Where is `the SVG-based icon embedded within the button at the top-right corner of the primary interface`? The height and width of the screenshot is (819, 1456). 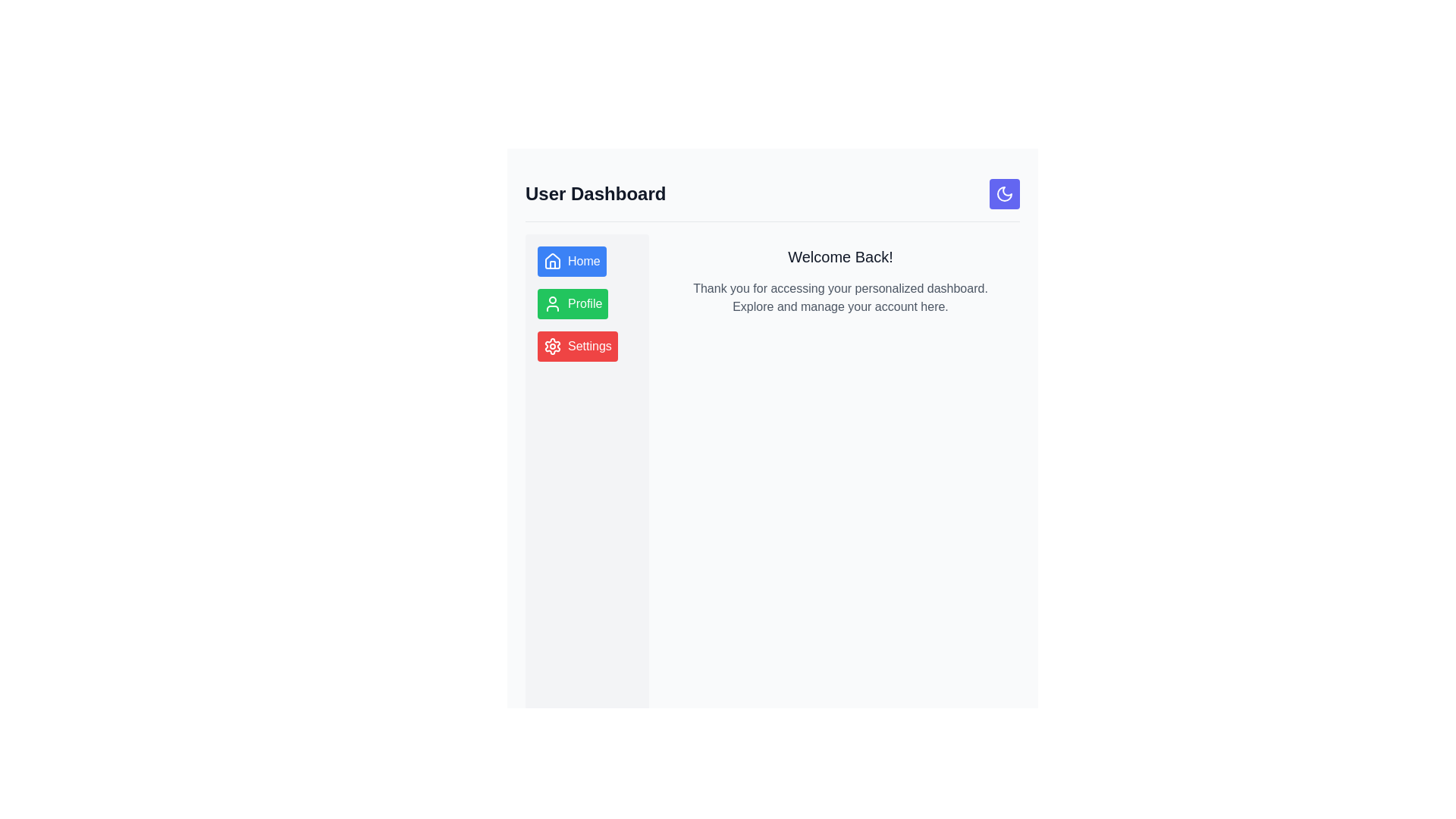 the SVG-based icon embedded within the button at the top-right corner of the primary interface is located at coordinates (1004, 193).